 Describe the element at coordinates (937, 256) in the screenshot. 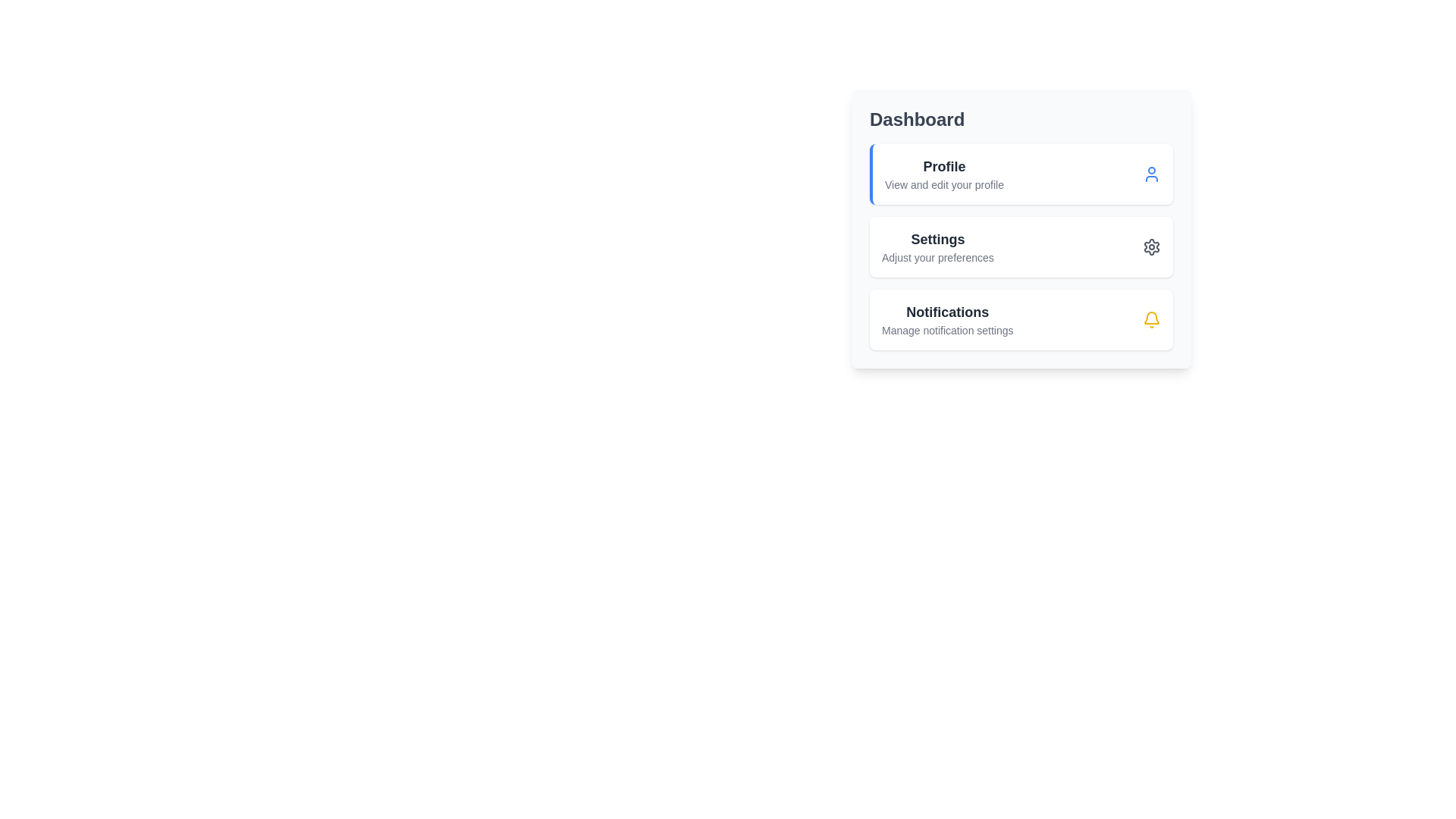

I see `the descriptive text label located below the 'Settings' heading in the 'Settings' section of the vertical menu` at that location.